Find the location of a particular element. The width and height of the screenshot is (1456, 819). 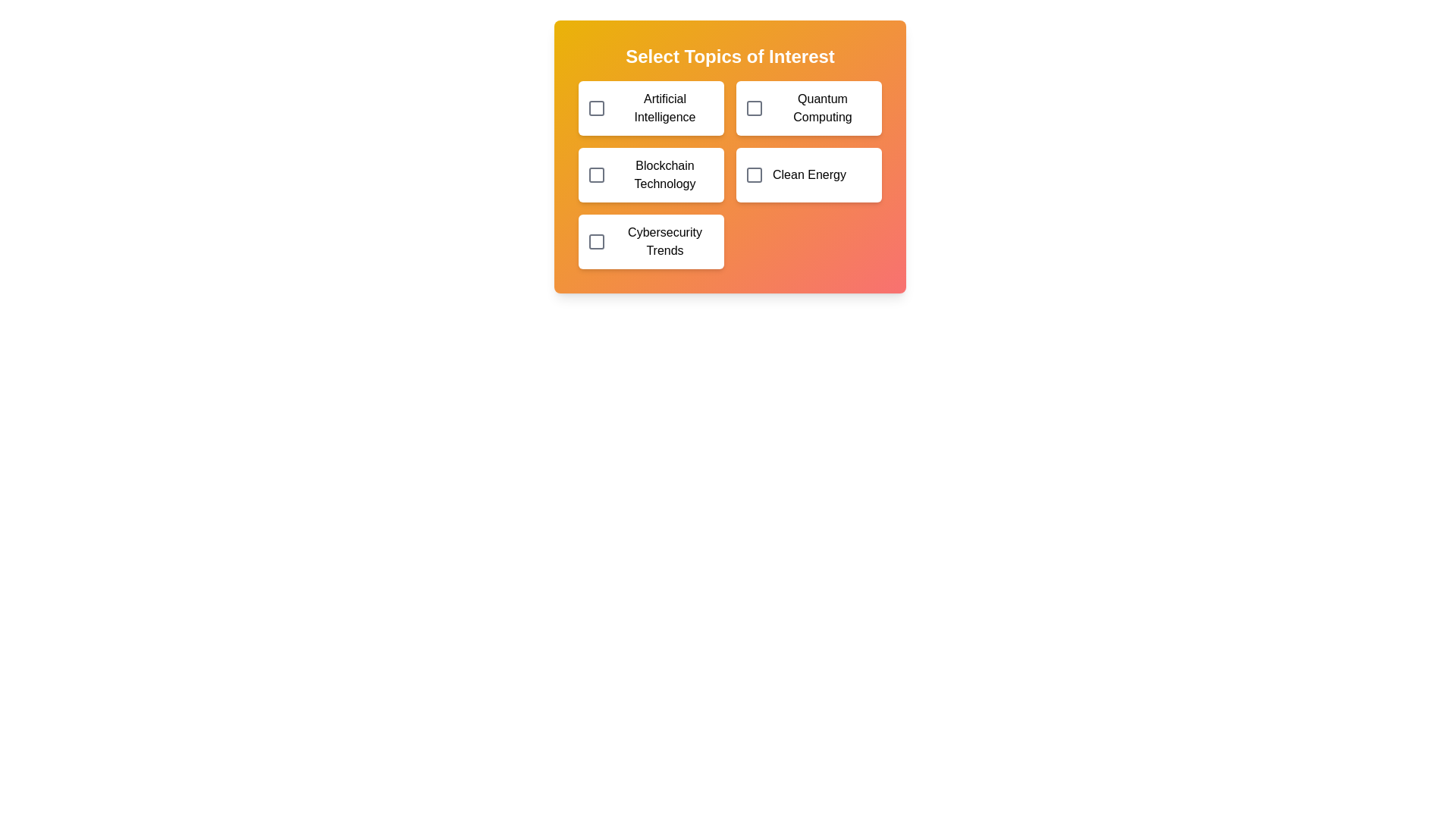

the checkbox corresponding to the topic Cybersecurity Trends to select or deselect it is located at coordinates (596, 241).